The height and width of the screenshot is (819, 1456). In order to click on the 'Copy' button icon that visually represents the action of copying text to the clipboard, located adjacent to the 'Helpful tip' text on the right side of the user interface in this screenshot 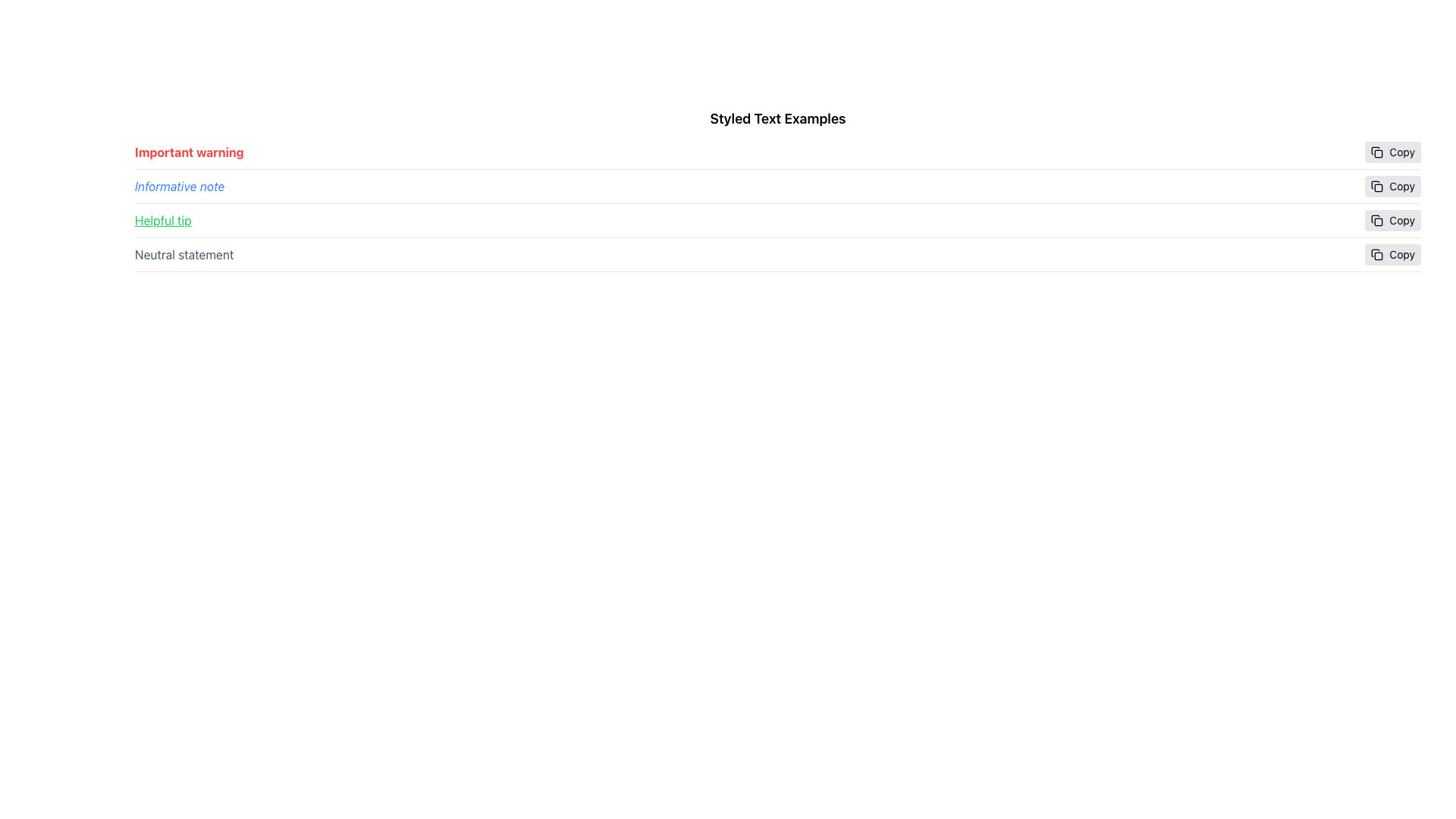, I will do `click(1377, 186)`.